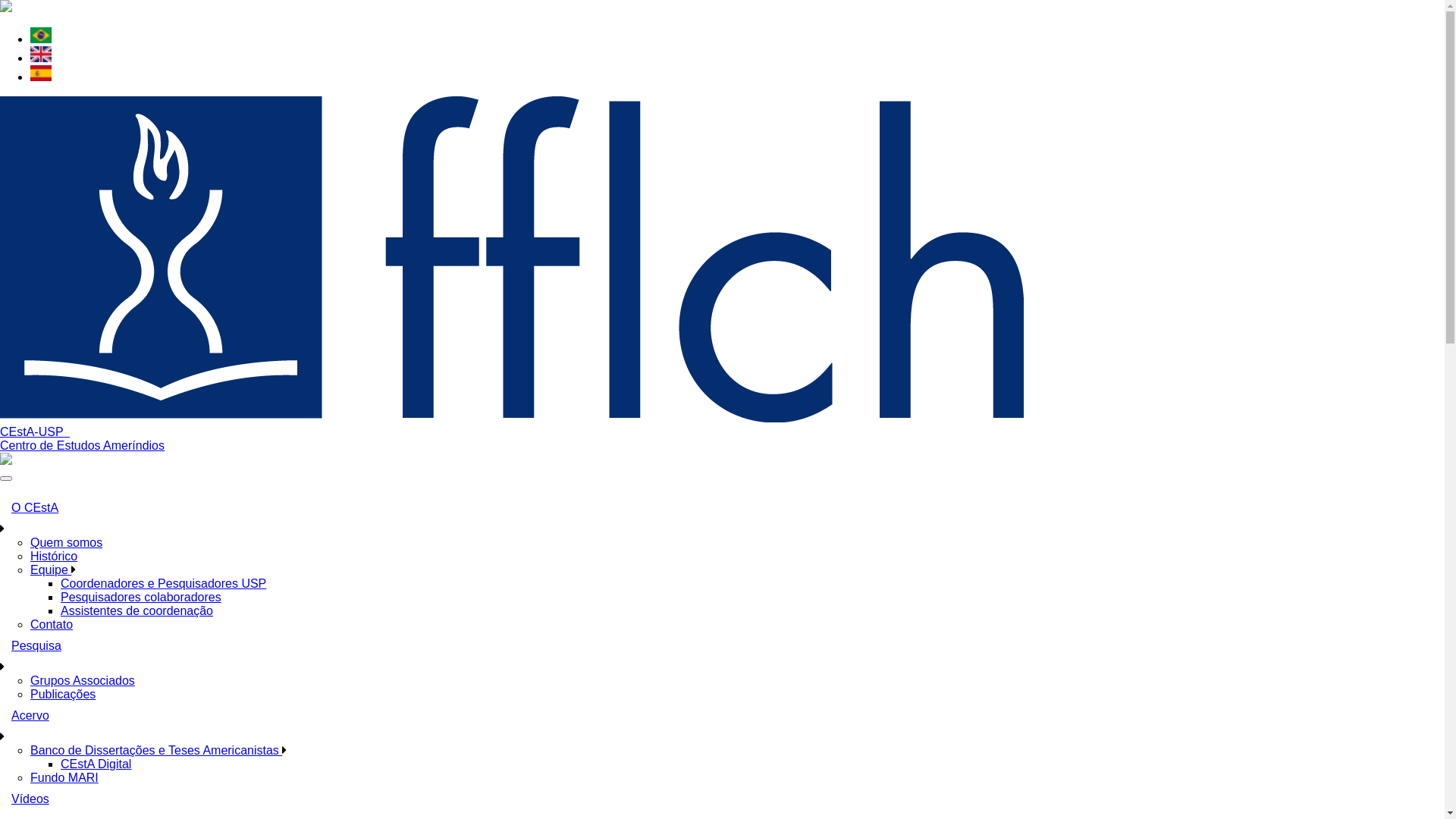  Describe the element at coordinates (82, 679) in the screenshot. I see `'Grupos Associados'` at that location.